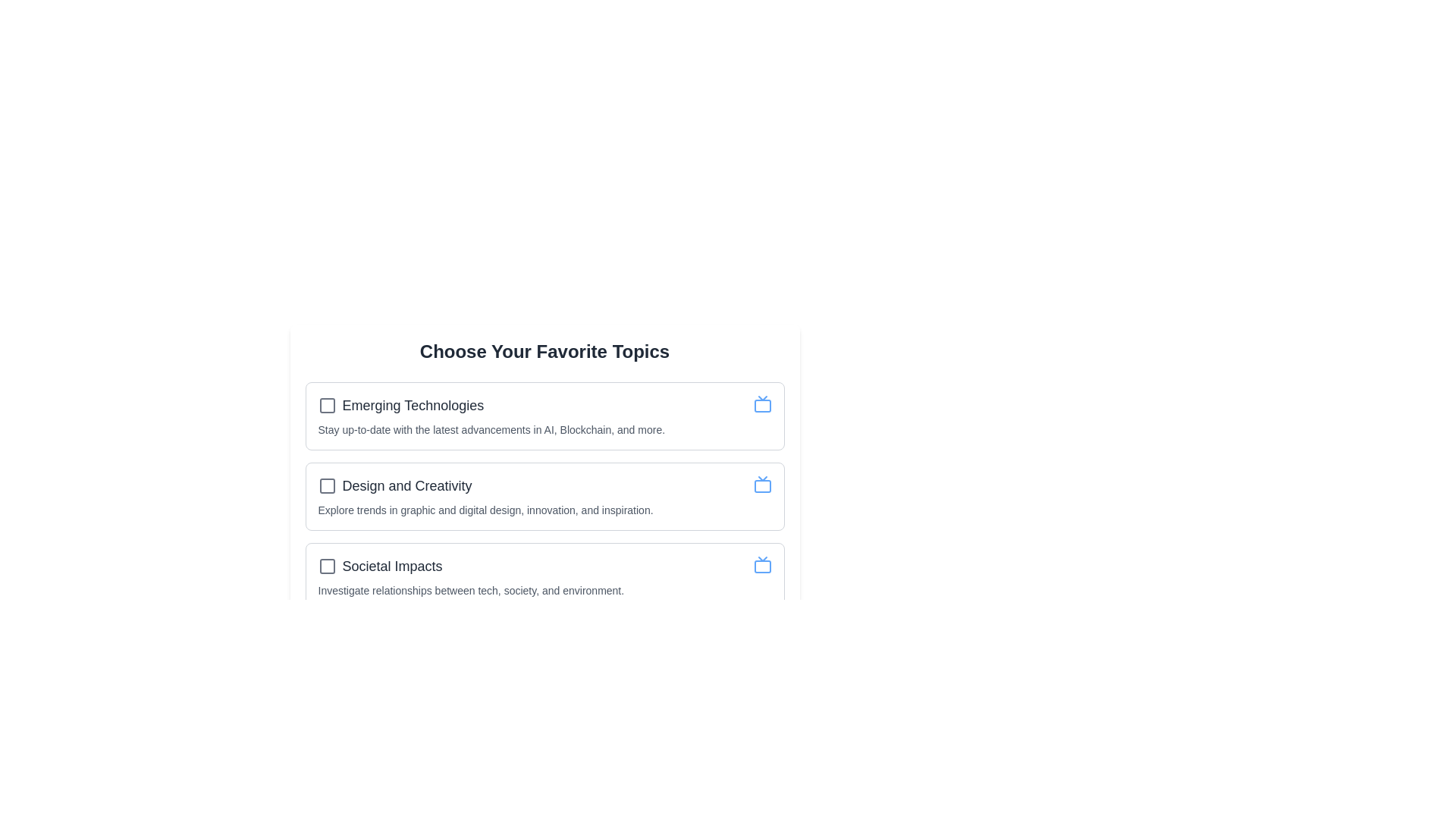 This screenshot has height=819, width=1456. Describe the element at coordinates (407, 485) in the screenshot. I see `text label titled 'Design and Creativity', which is displayed in a large, bold, grayish-black font as part of a list of selectable topics` at that location.